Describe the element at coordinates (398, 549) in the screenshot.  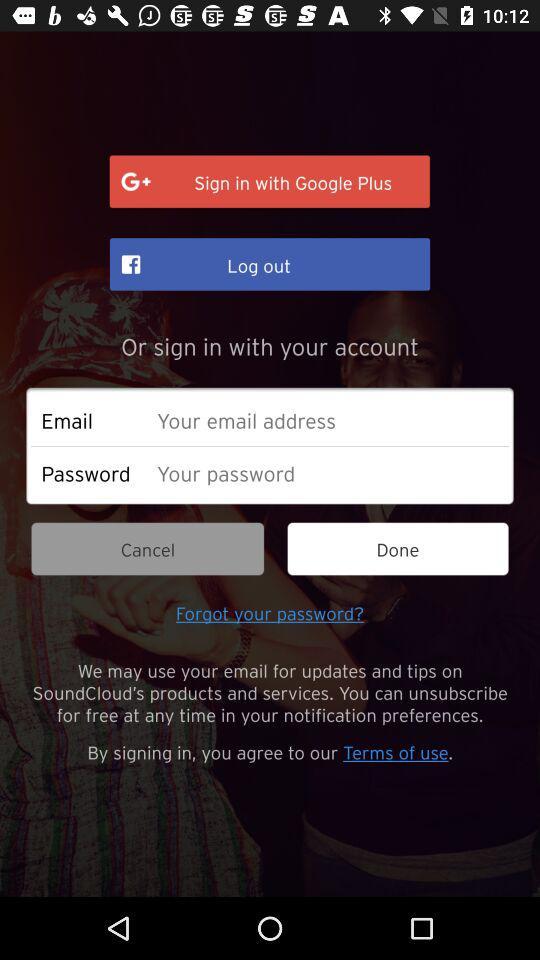
I see `item on the right` at that location.